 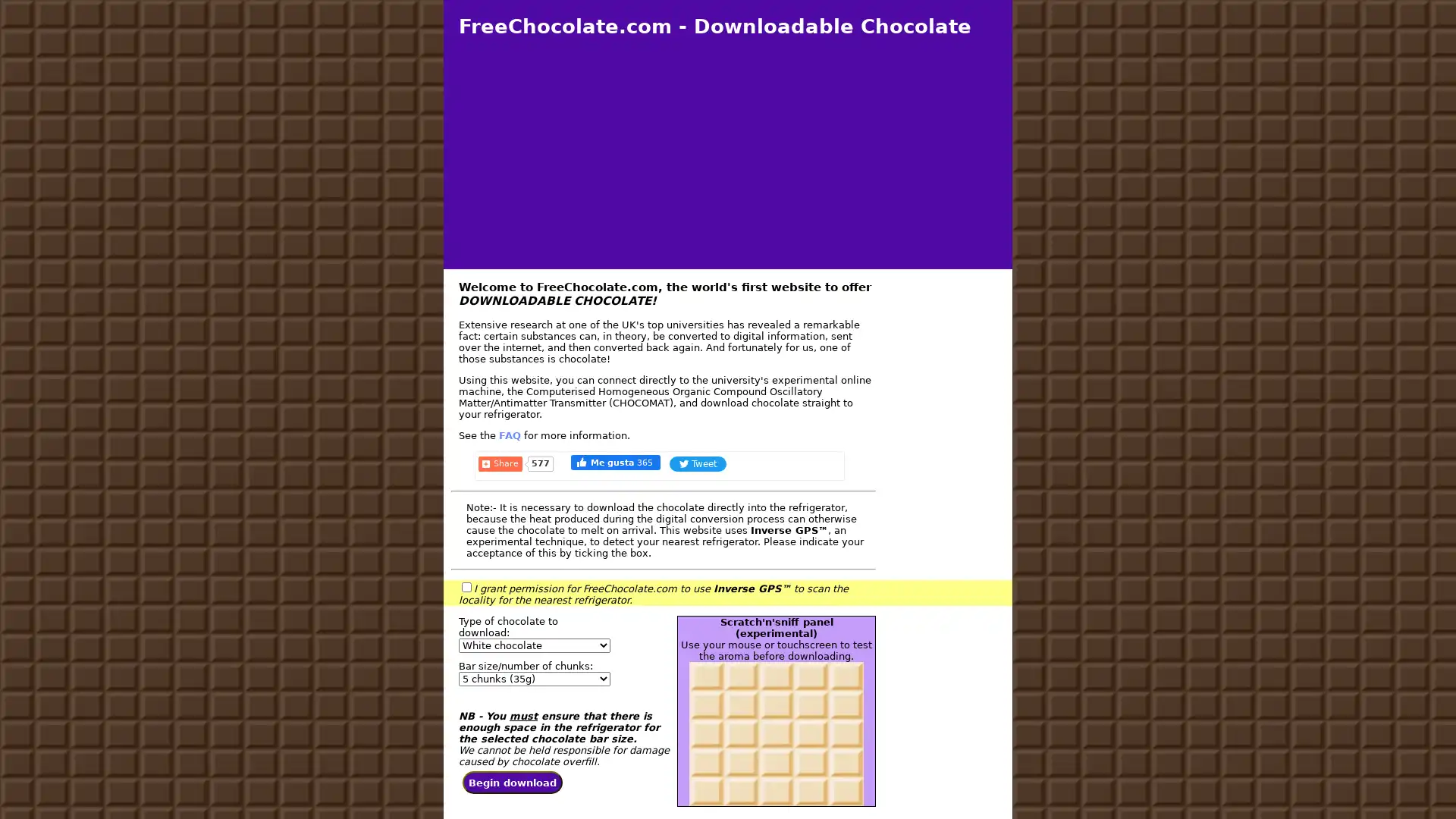 I want to click on Begin download, so click(x=513, y=783).